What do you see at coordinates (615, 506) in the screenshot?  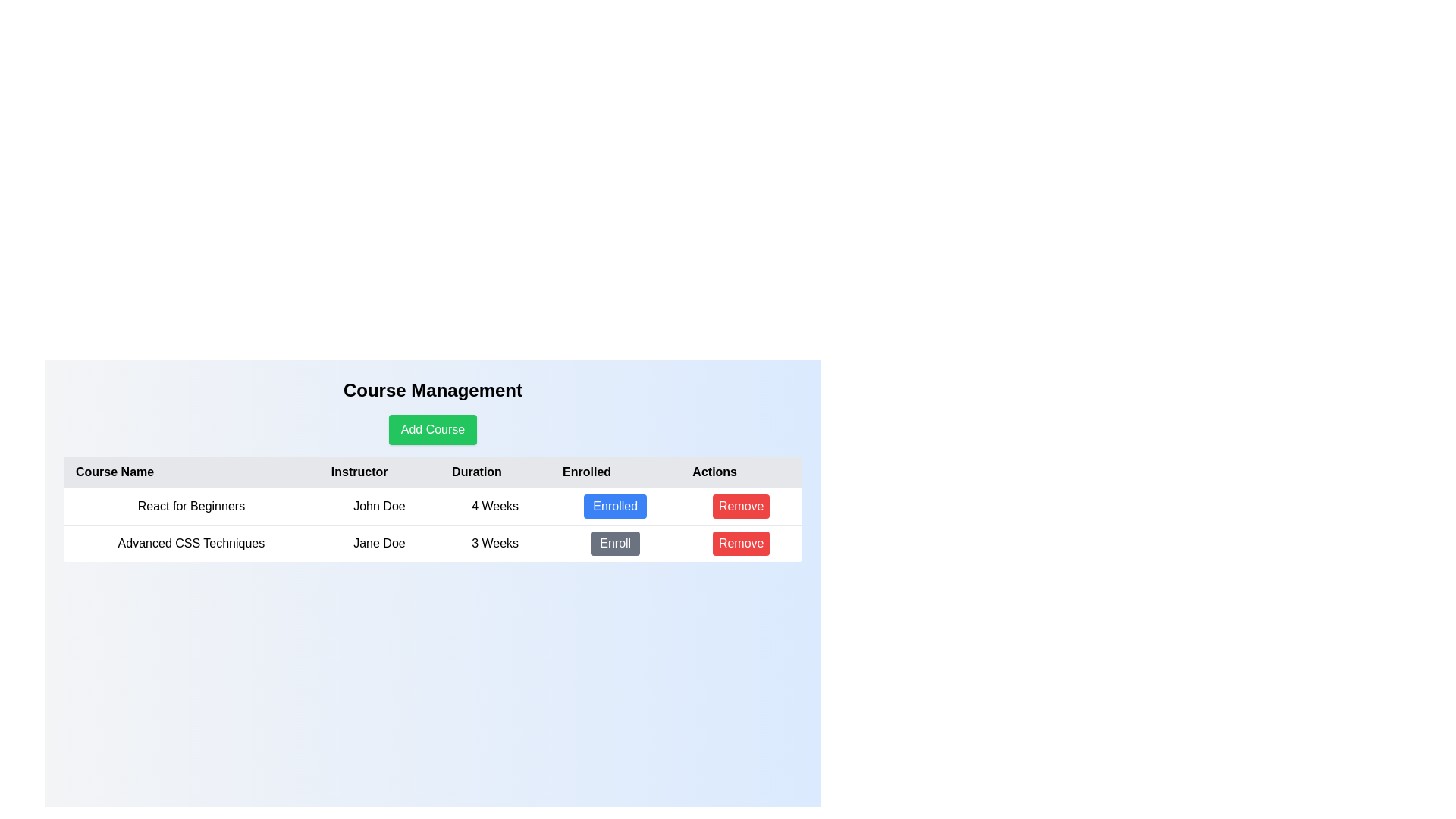 I see `the blue 'Enrolled' status indicator button with white text, which is located in the 'Enrolled' column of the first row of a table layout, between the '4 Weeks' text and the 'Remove' button for the course 'React for Beginners.'` at bounding box center [615, 506].